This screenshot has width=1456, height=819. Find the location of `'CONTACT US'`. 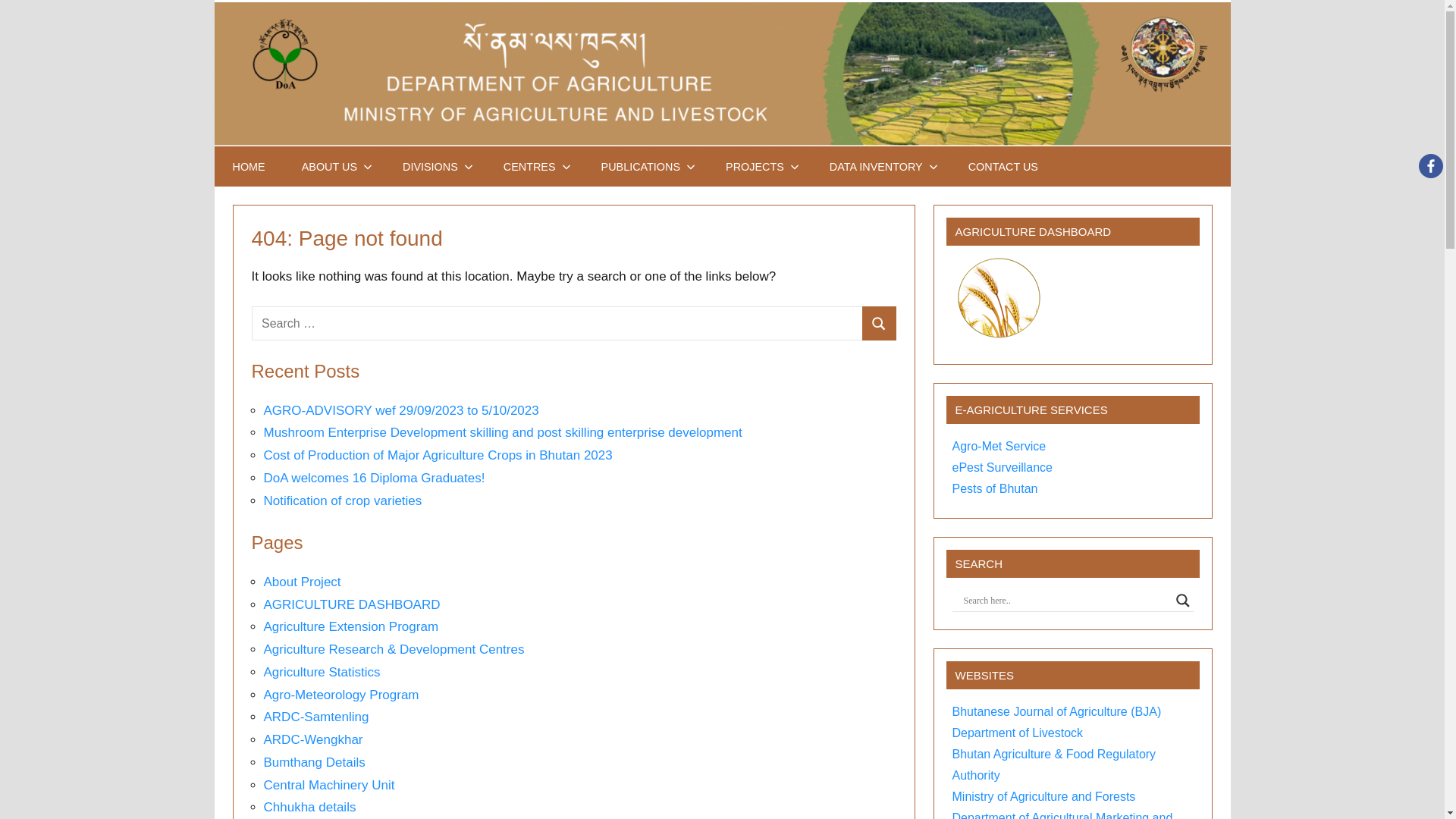

'CONTACT US' is located at coordinates (949, 166).